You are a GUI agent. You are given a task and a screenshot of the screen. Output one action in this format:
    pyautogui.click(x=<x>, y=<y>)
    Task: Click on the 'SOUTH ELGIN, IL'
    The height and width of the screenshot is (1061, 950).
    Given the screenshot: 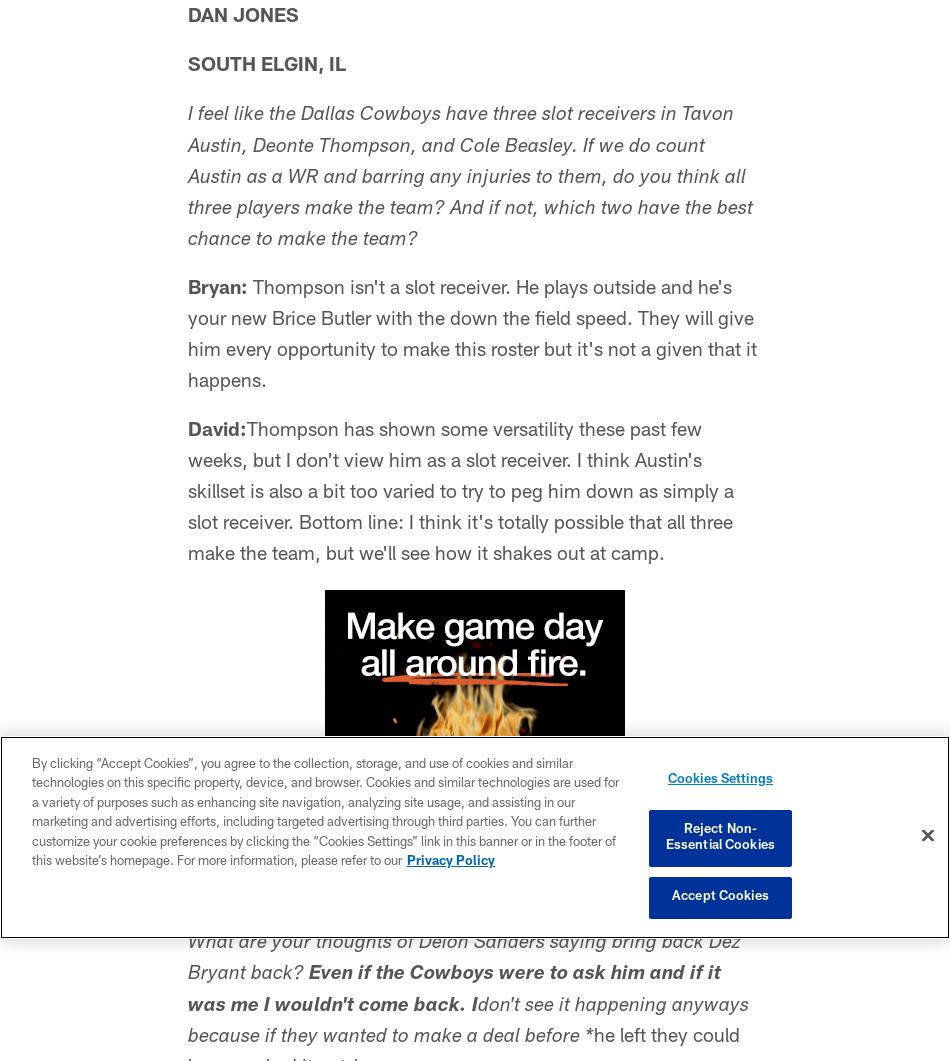 What is the action you would take?
    pyautogui.click(x=266, y=66)
    